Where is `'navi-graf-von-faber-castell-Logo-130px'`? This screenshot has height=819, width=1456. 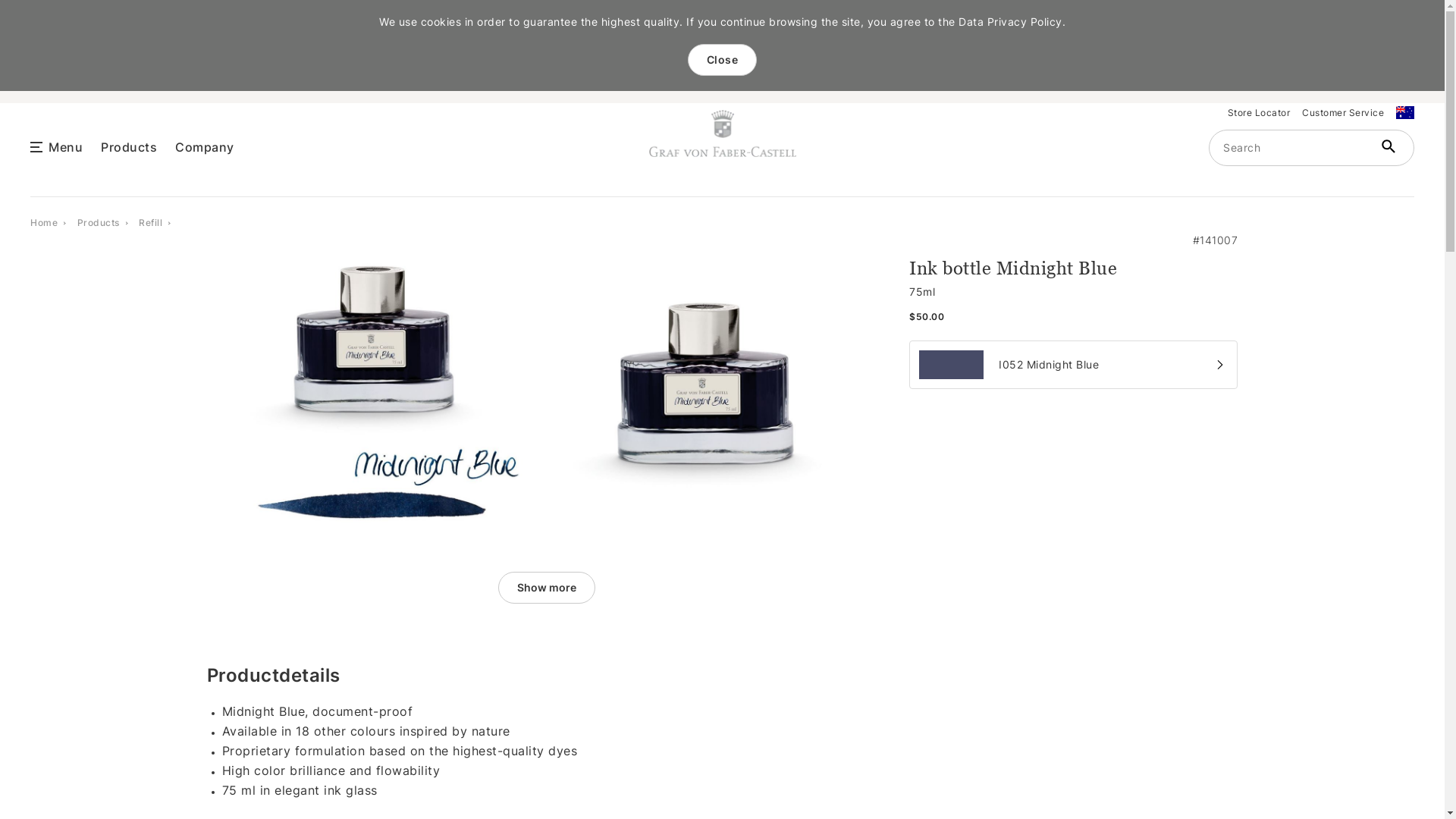
'navi-graf-von-faber-castell-Logo-130px' is located at coordinates (722, 133).